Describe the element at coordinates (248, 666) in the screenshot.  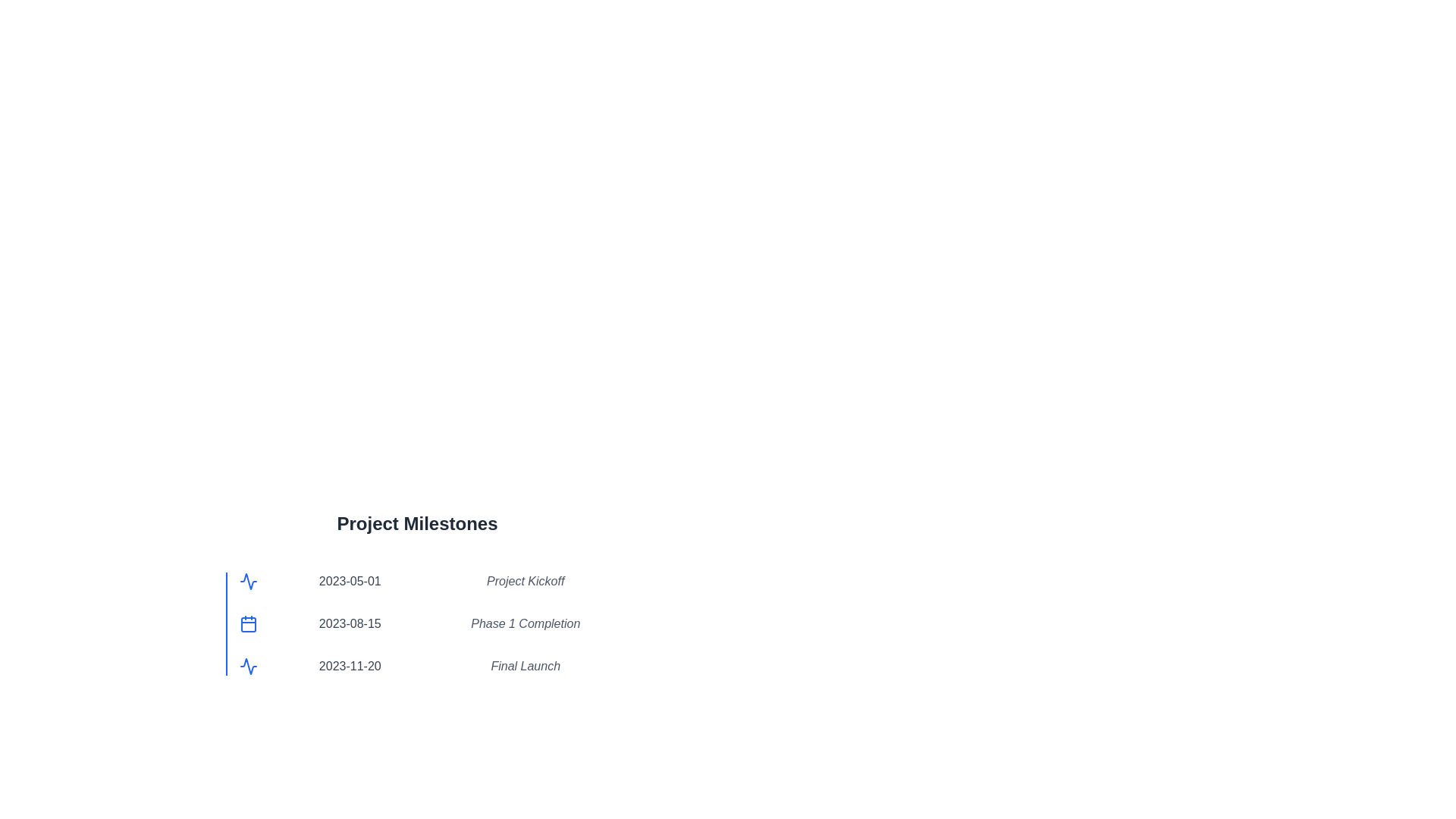
I see `the blue outlined icon representing an activity or waveform, located as the first element in the leftmost column of the 'Final Launch' milestone row` at that location.